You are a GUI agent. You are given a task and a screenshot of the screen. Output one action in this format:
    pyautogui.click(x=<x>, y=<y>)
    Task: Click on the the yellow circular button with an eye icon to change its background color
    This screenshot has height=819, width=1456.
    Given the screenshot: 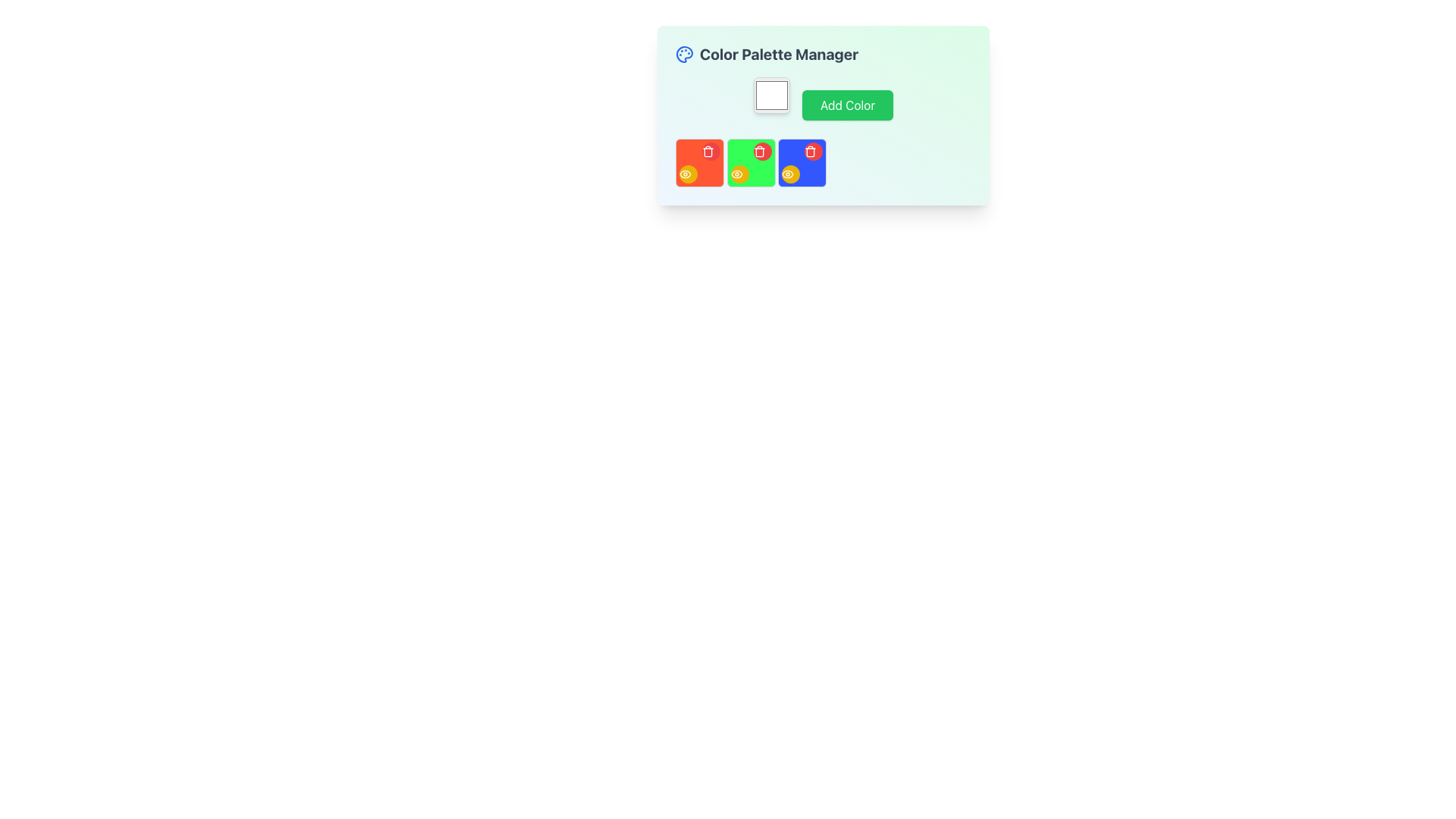 What is the action you would take?
    pyautogui.click(x=739, y=174)
    